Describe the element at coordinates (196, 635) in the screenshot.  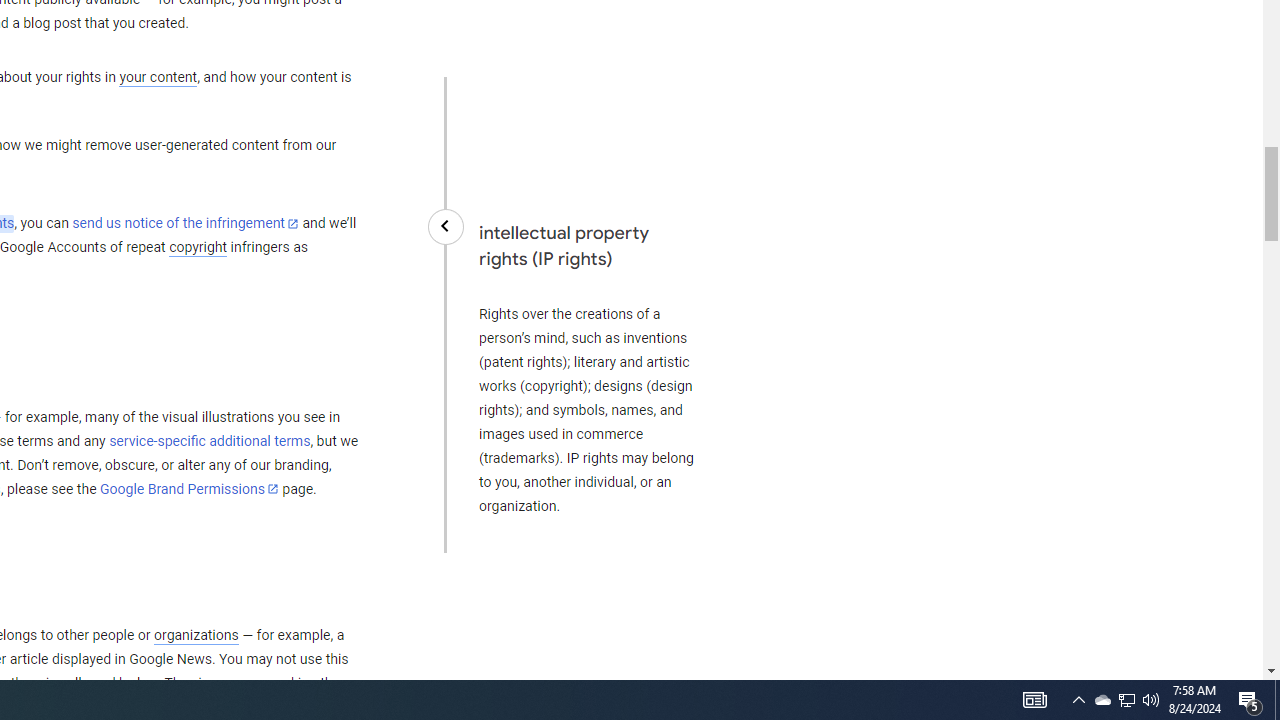
I see `'organizations'` at that location.